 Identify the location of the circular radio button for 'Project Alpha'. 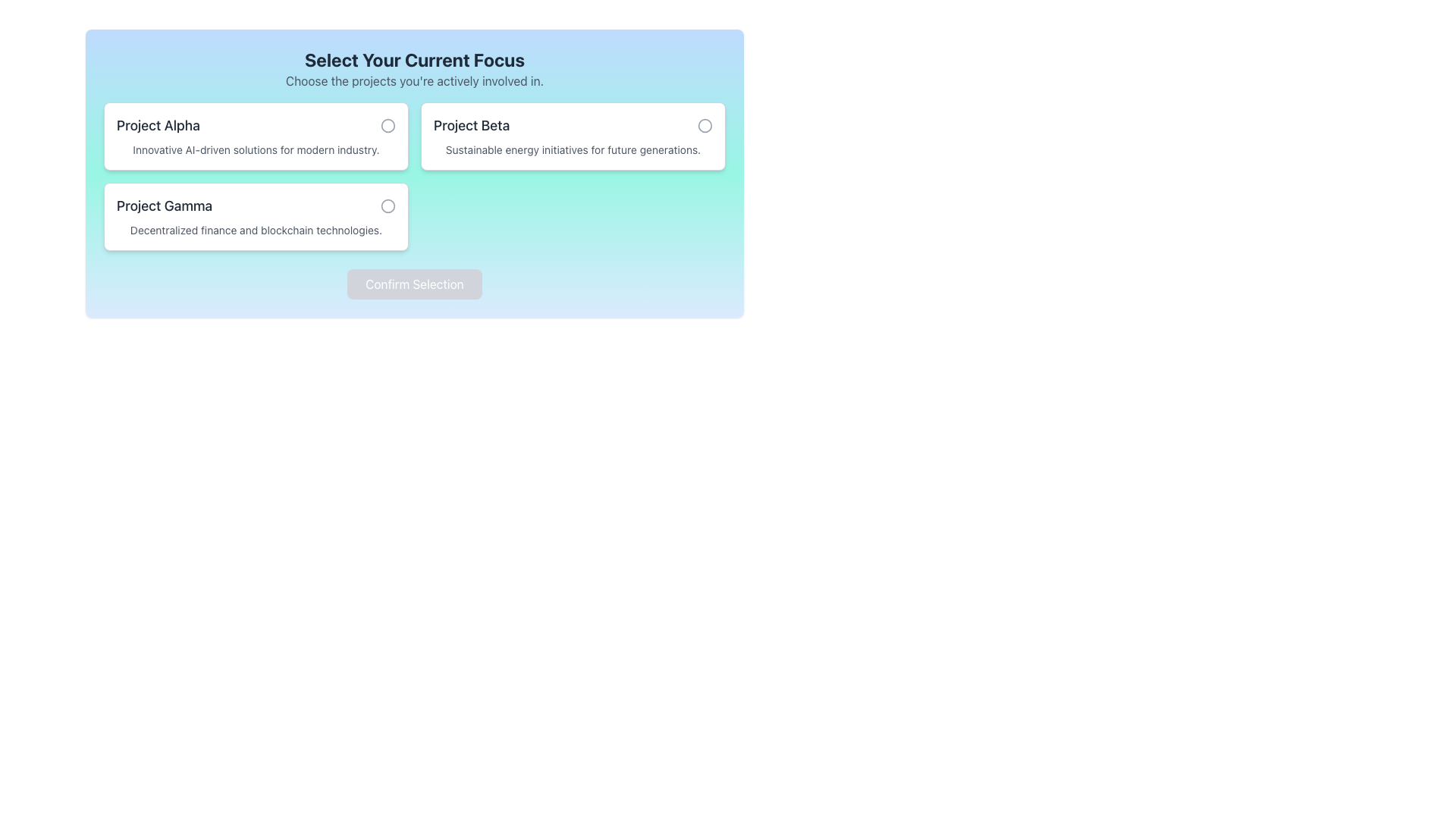
(388, 124).